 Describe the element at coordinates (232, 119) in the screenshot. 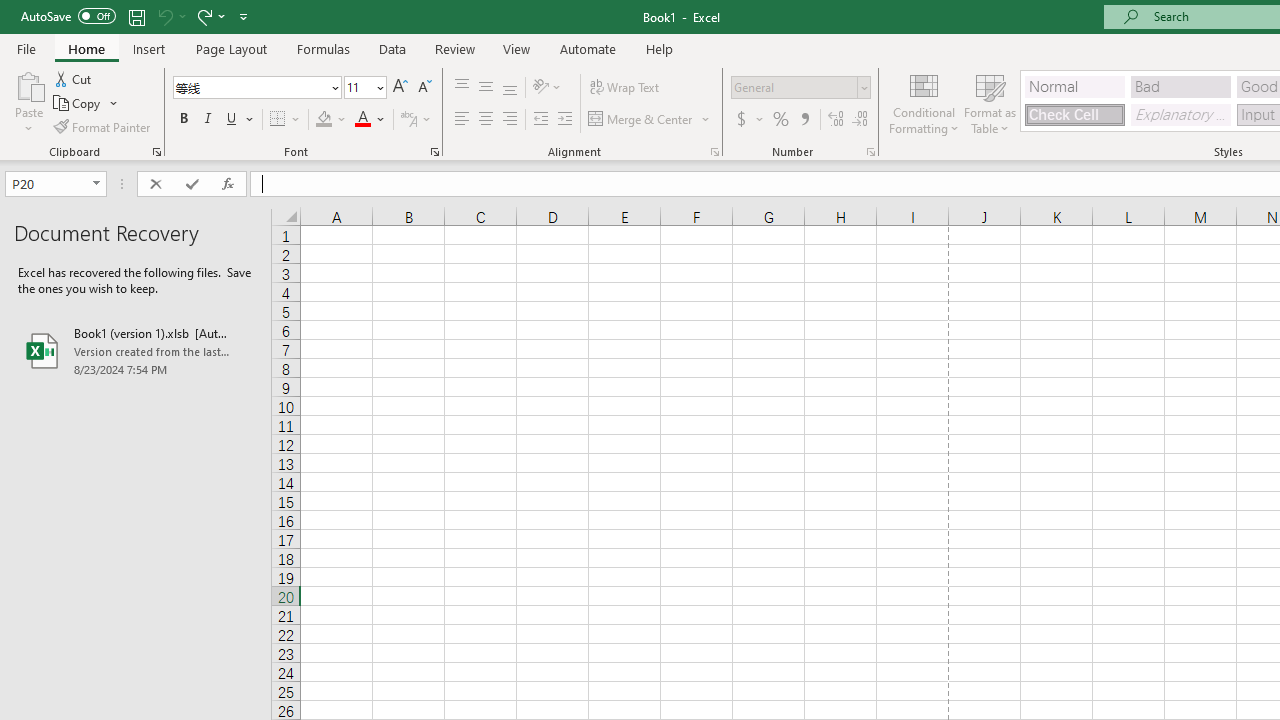

I see `'Underline'` at that location.